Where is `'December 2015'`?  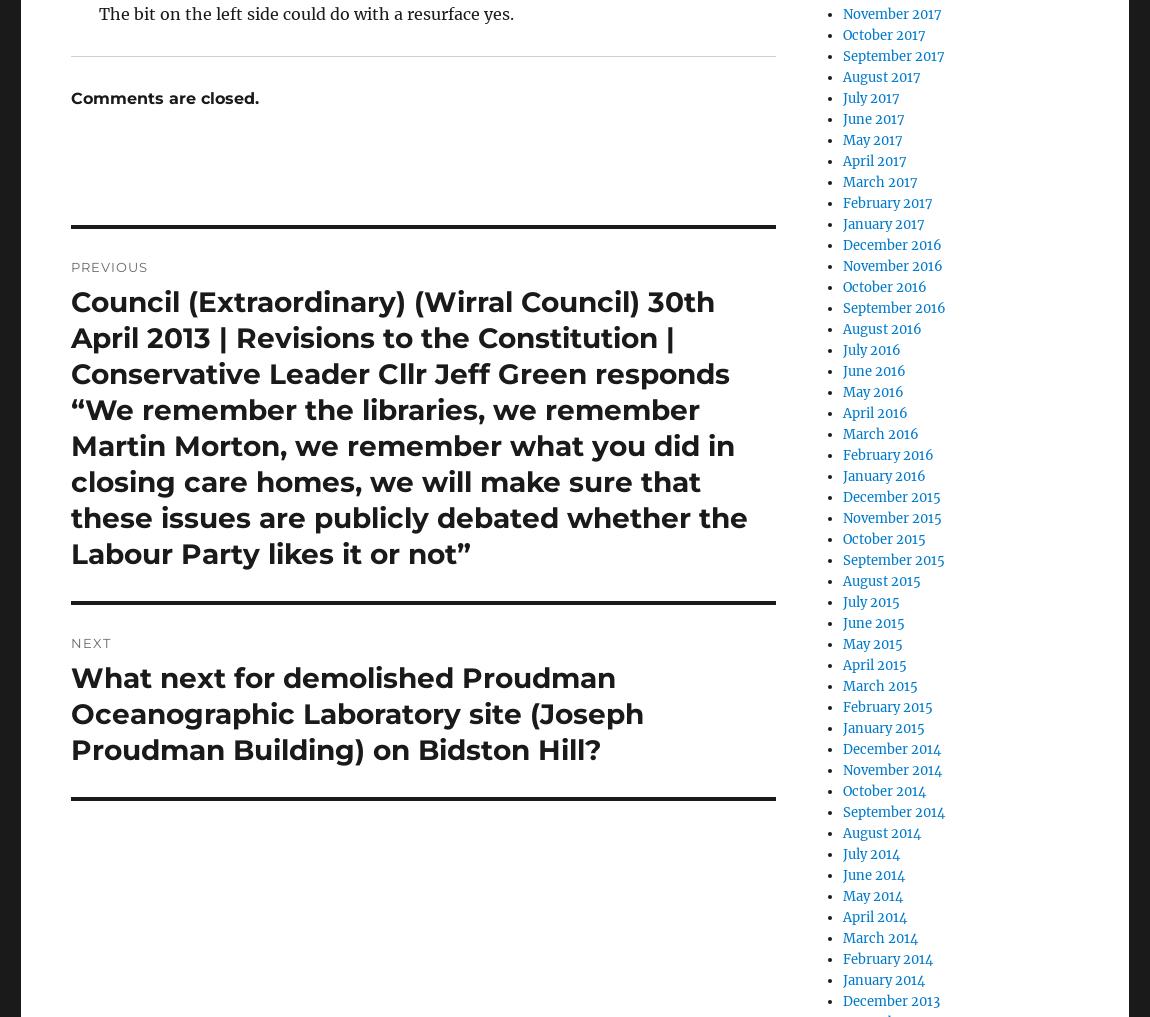
'December 2015' is located at coordinates (892, 496).